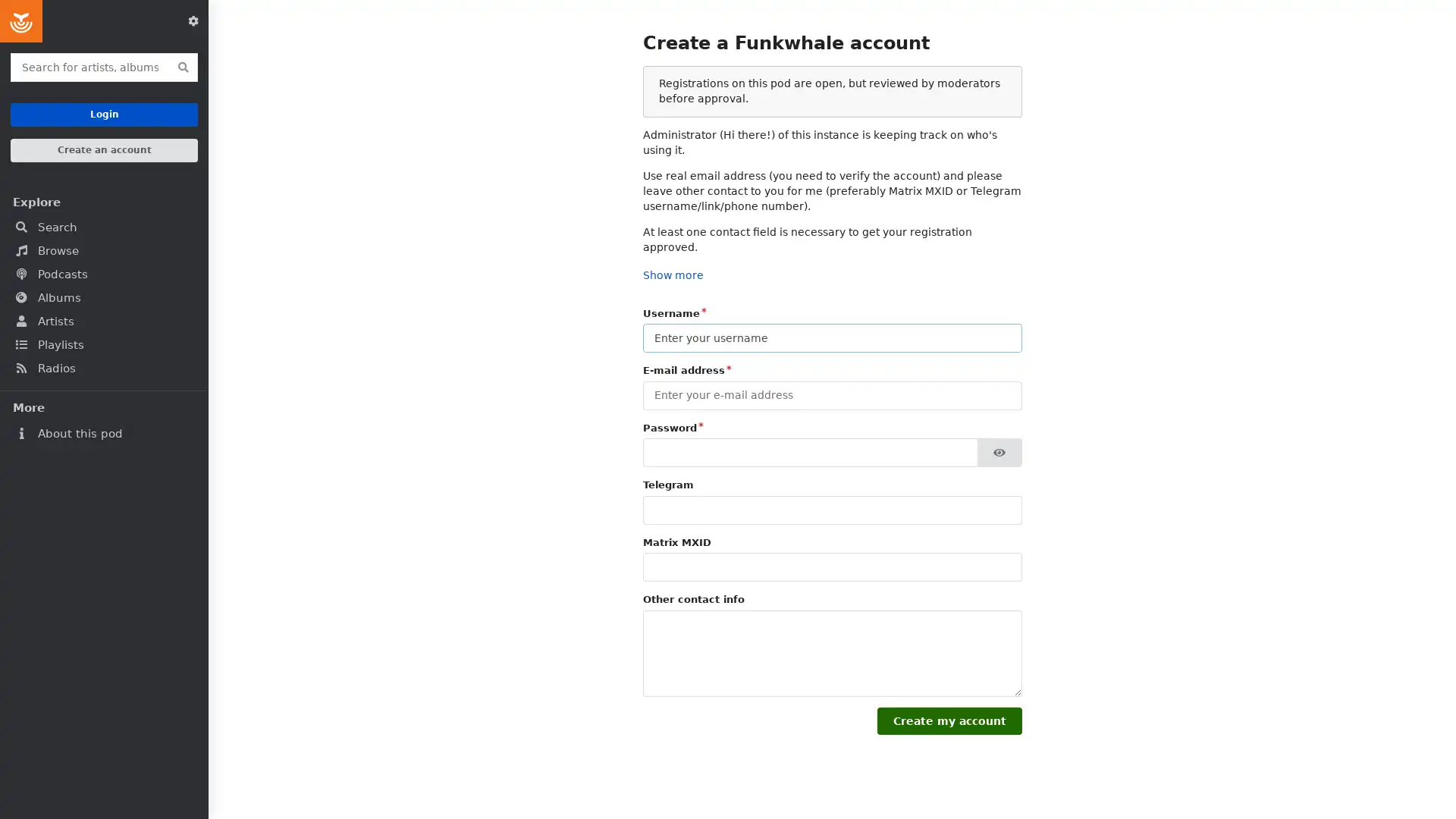  I want to click on Create my account, so click(948, 719).